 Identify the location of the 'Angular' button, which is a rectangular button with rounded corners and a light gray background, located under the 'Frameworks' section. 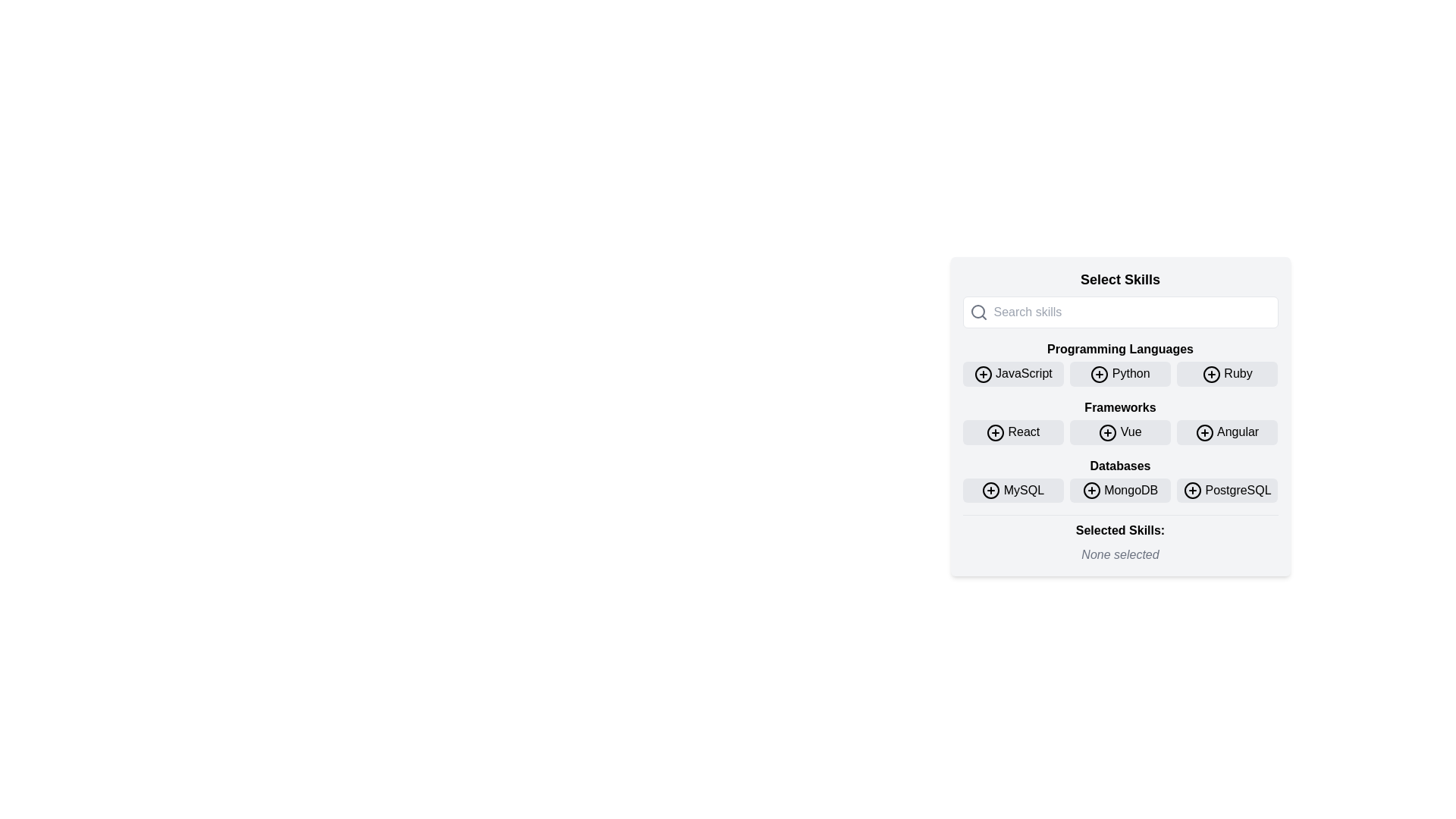
(1227, 432).